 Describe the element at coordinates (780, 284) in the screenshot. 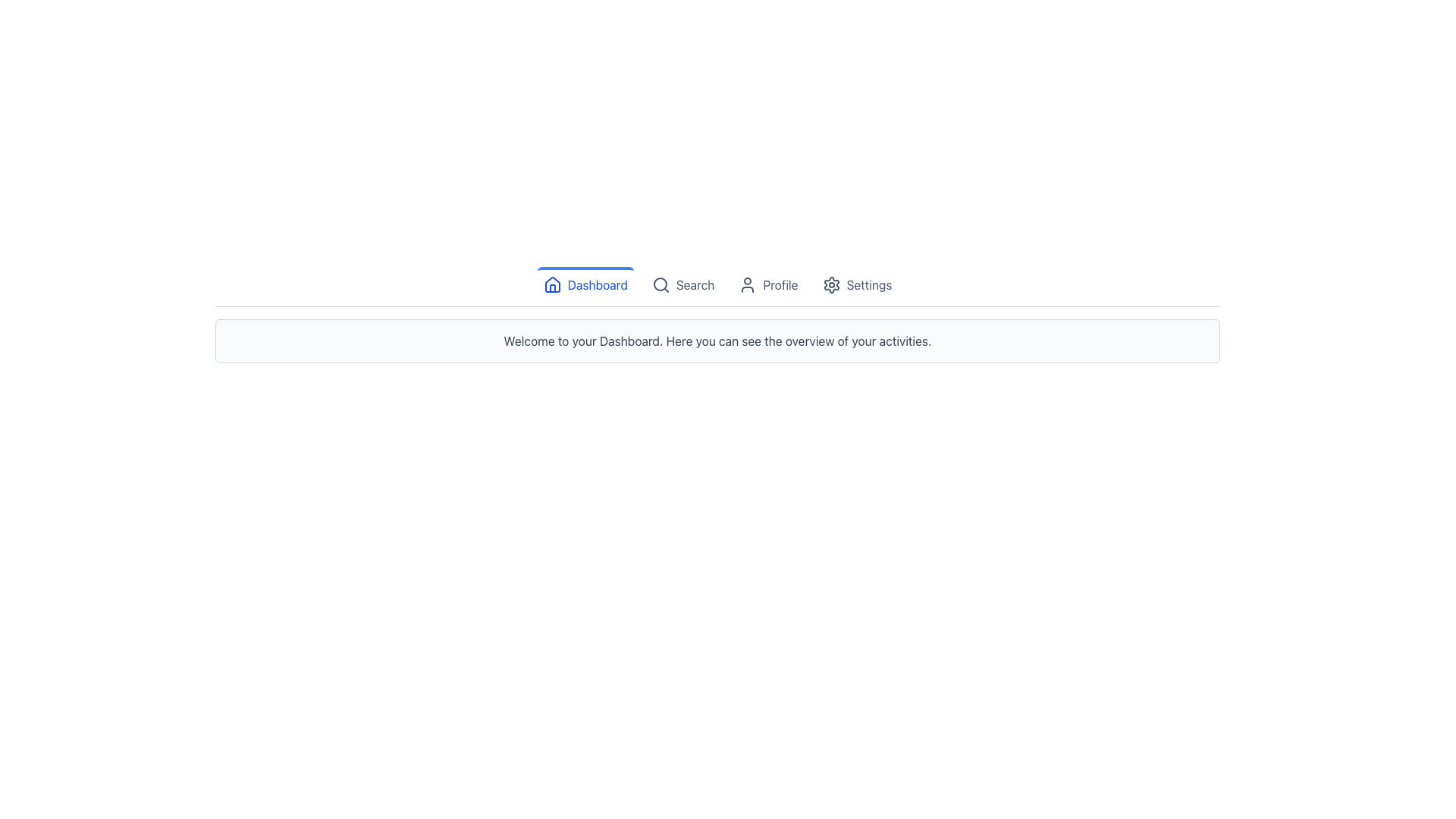

I see `'Profile' text label located in the navigation bar, which is styled in gray and is the third item between 'Search' and 'Settings'` at that location.